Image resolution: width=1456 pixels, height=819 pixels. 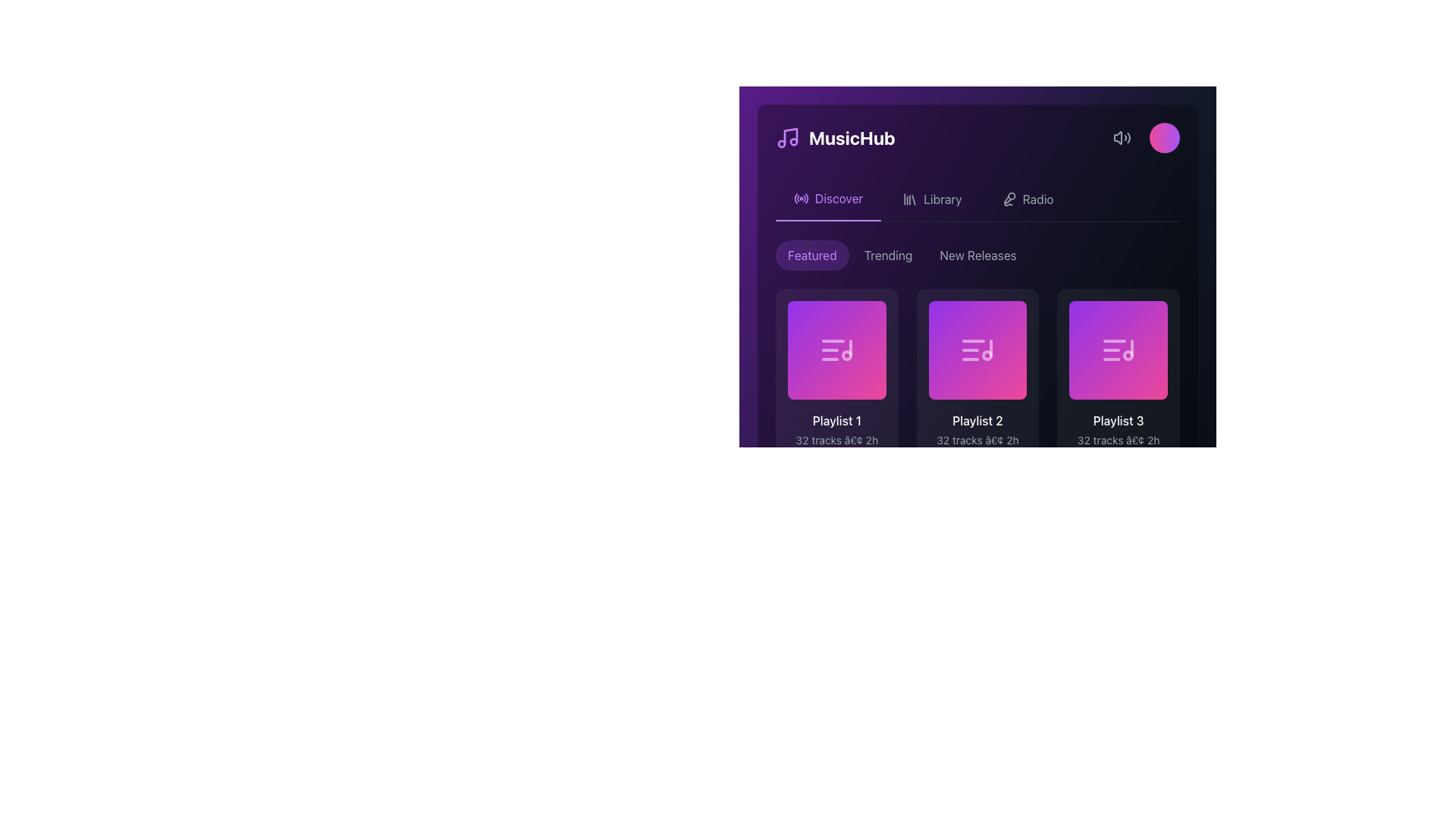 What do you see at coordinates (836, 447) in the screenshot?
I see `the text label displaying '32 tracks • 2h 15m', which is styled in gray and positioned below the title 'Playlist 1'` at bounding box center [836, 447].